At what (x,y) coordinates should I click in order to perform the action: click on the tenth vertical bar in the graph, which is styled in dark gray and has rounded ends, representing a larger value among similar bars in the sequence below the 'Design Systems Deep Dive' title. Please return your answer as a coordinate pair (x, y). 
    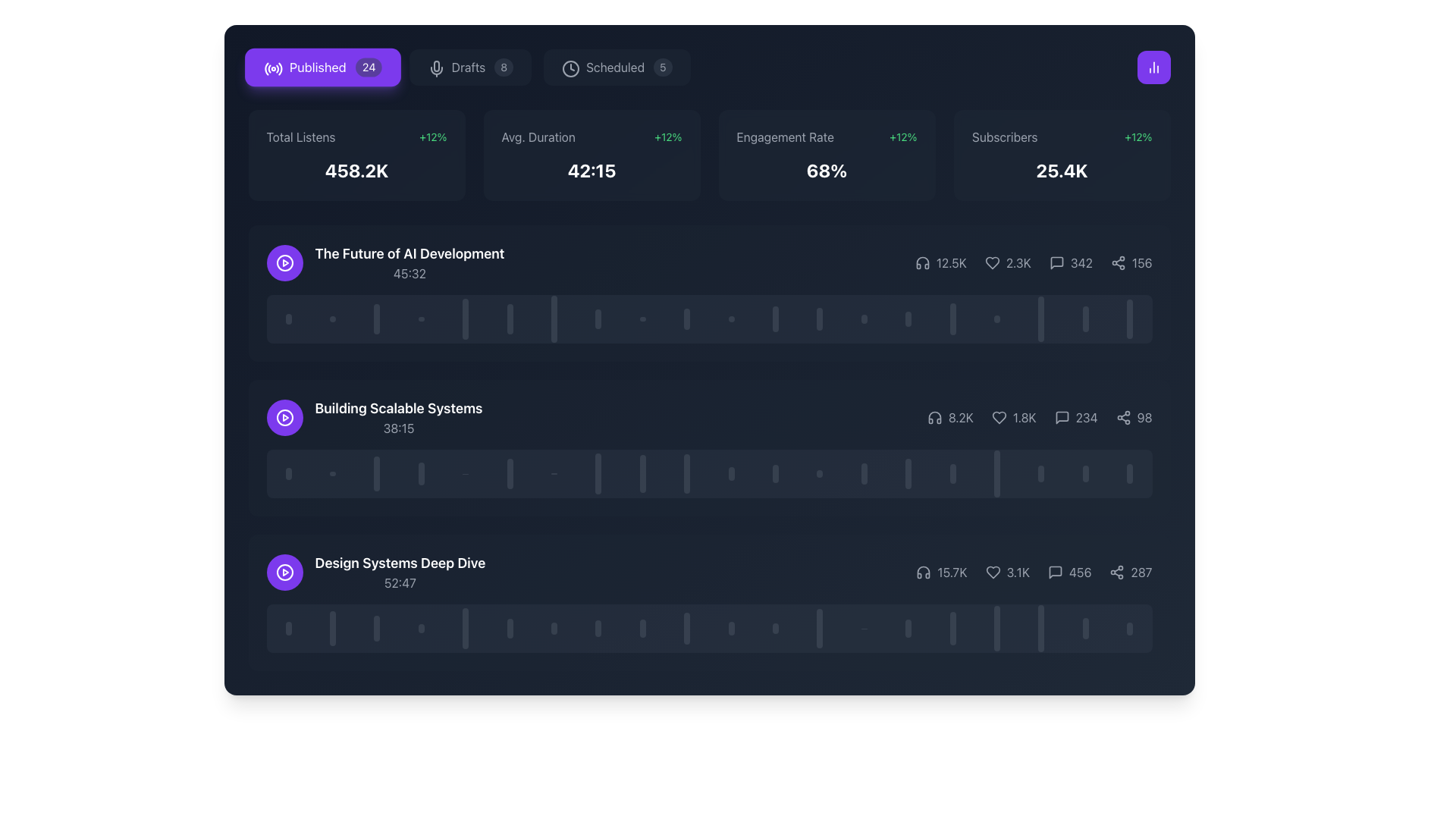
    Looking at the image, I should click on (686, 629).